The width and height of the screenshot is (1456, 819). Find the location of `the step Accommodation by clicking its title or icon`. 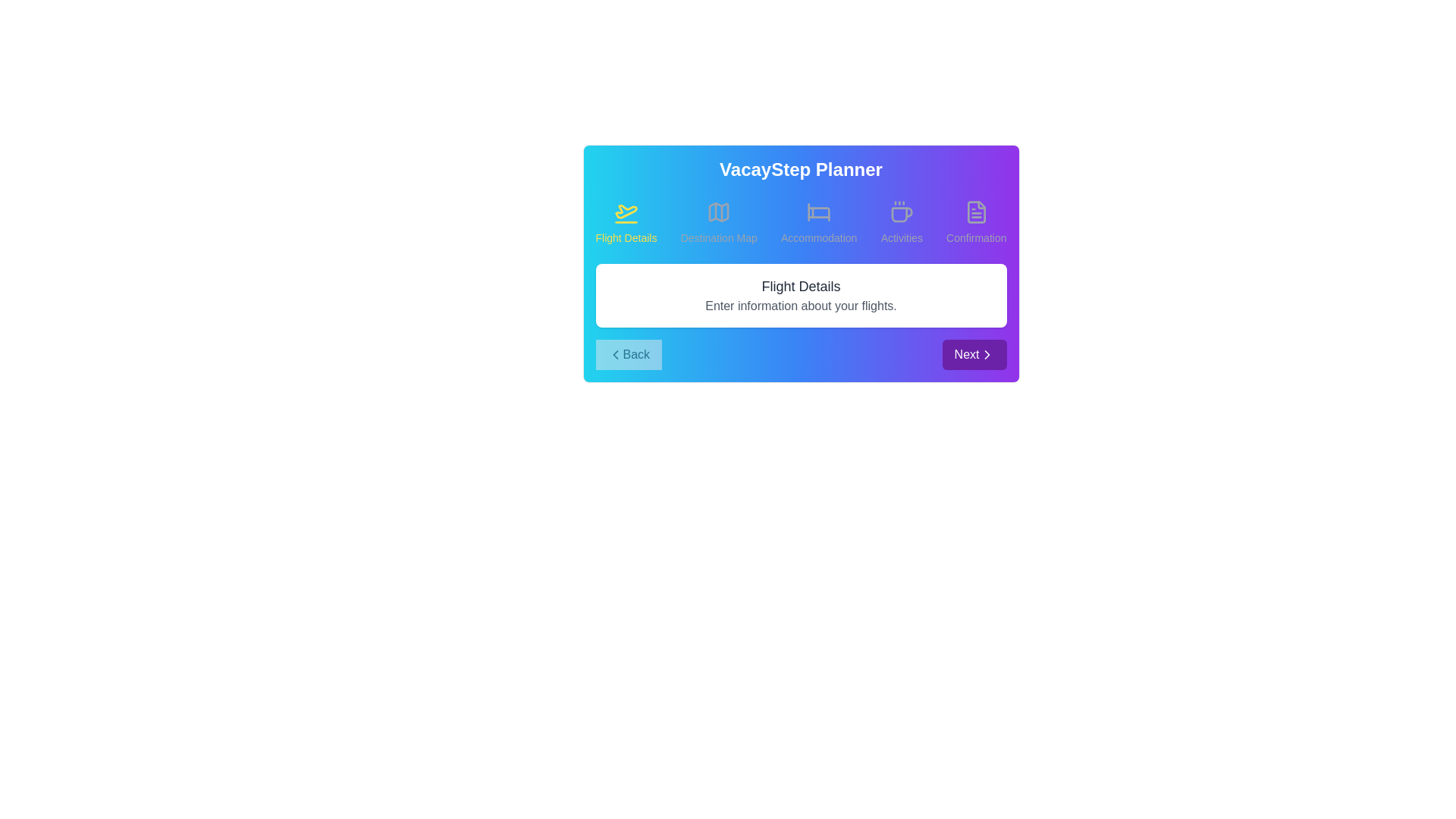

the step Accommodation by clicking its title or icon is located at coordinates (818, 222).